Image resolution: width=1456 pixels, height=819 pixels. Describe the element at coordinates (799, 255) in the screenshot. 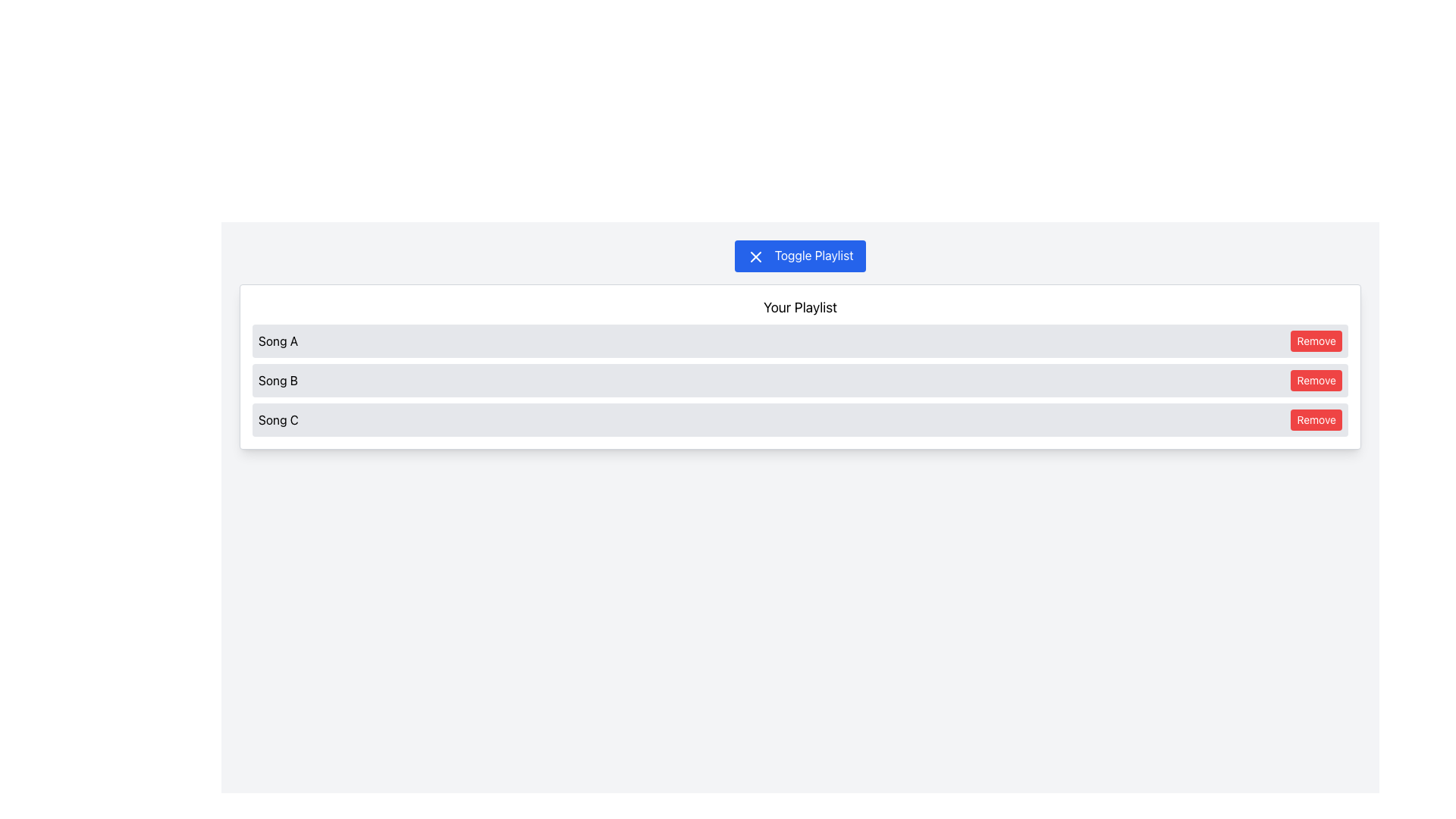

I see `the button that toggles the visibility of the playlist, located near the top center of the 'Your Playlist' section` at that location.